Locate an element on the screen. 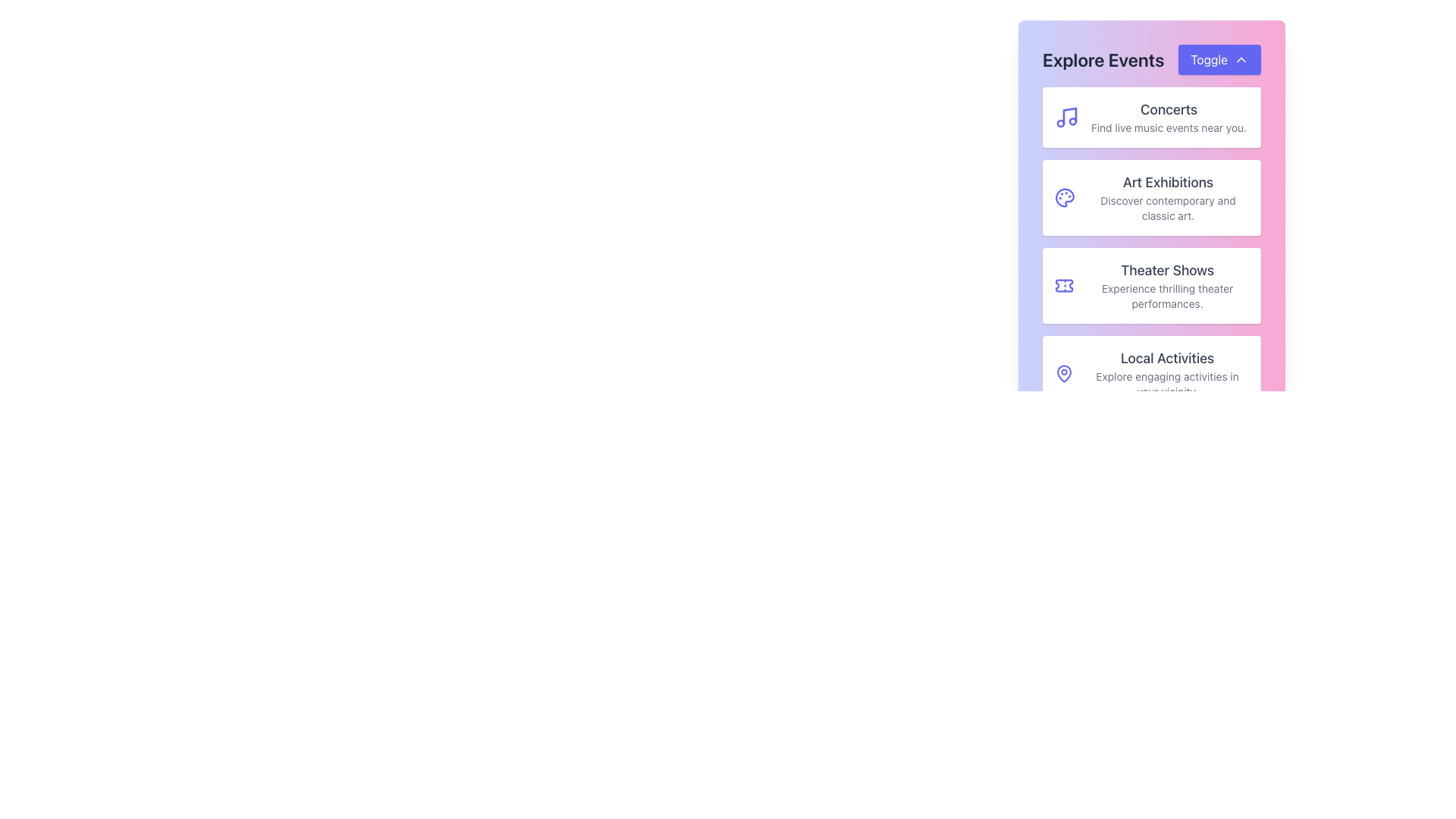 The image size is (1456, 819). header text for the 'Theater Shows' section, which is located in the upper portion of the third card under 'Explore Events' is located at coordinates (1166, 270).